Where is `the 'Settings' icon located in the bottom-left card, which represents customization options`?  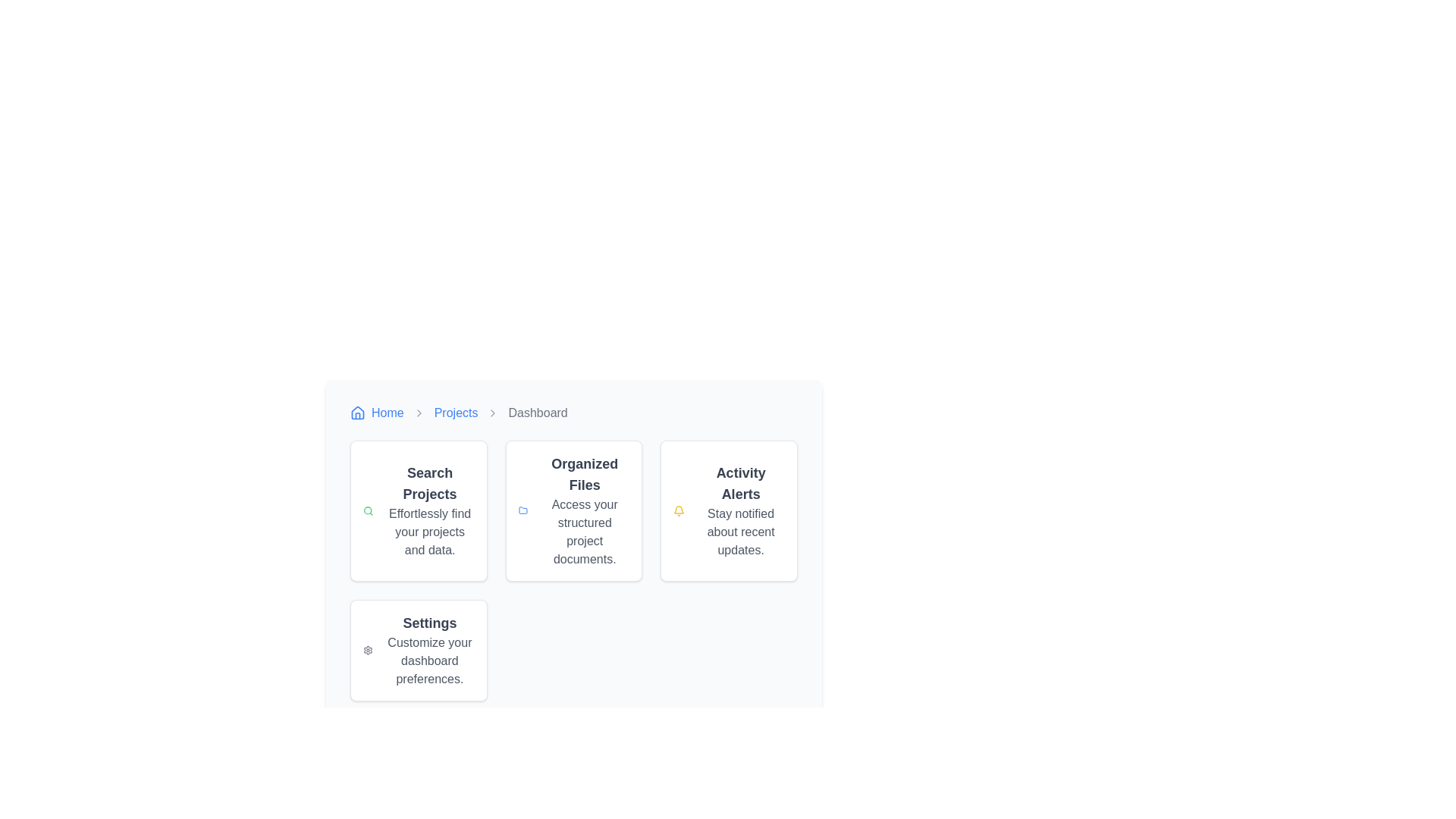
the 'Settings' icon located in the bottom-left card, which represents customization options is located at coordinates (368, 649).